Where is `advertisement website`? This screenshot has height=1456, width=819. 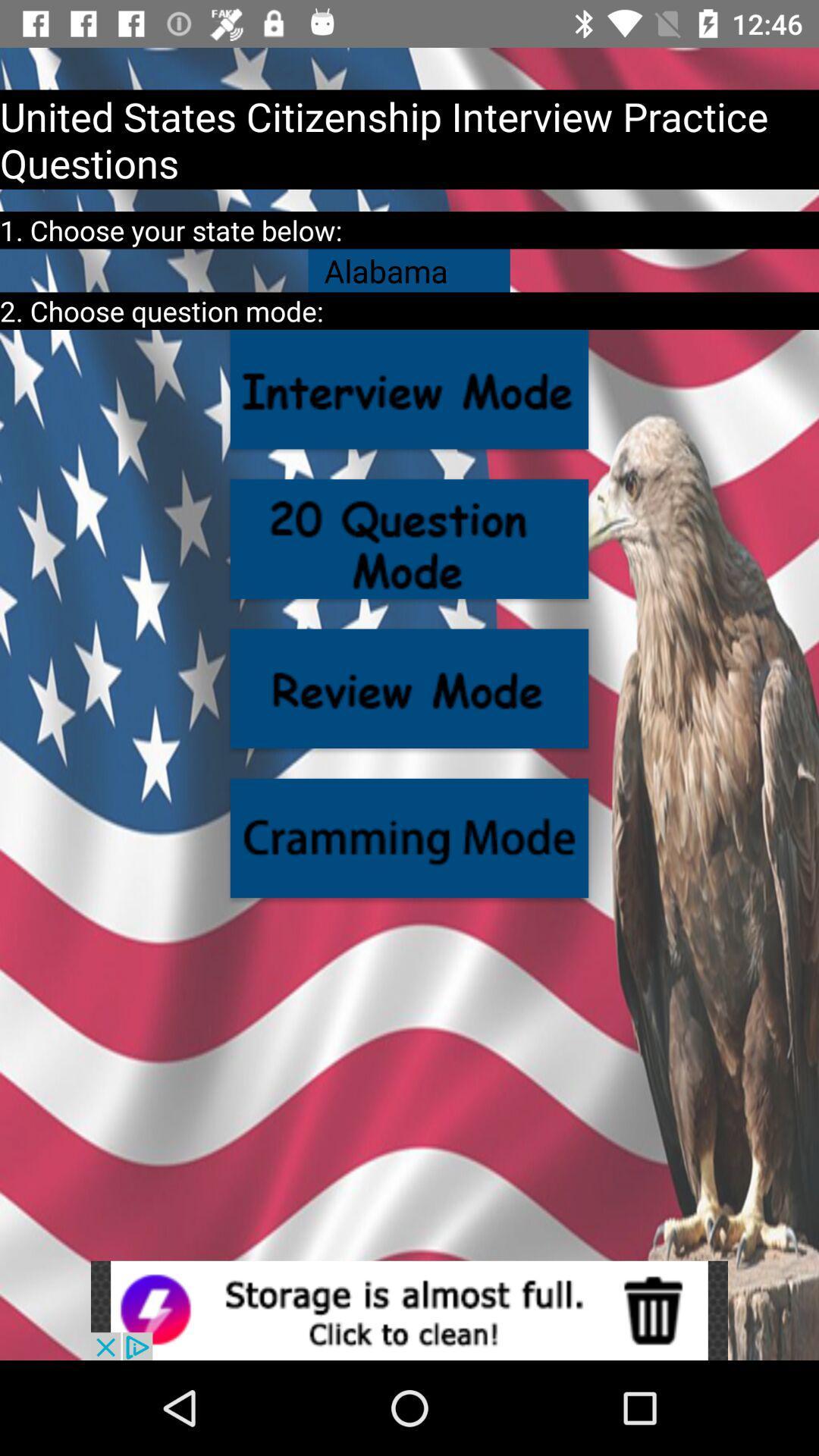
advertisement website is located at coordinates (409, 1310).